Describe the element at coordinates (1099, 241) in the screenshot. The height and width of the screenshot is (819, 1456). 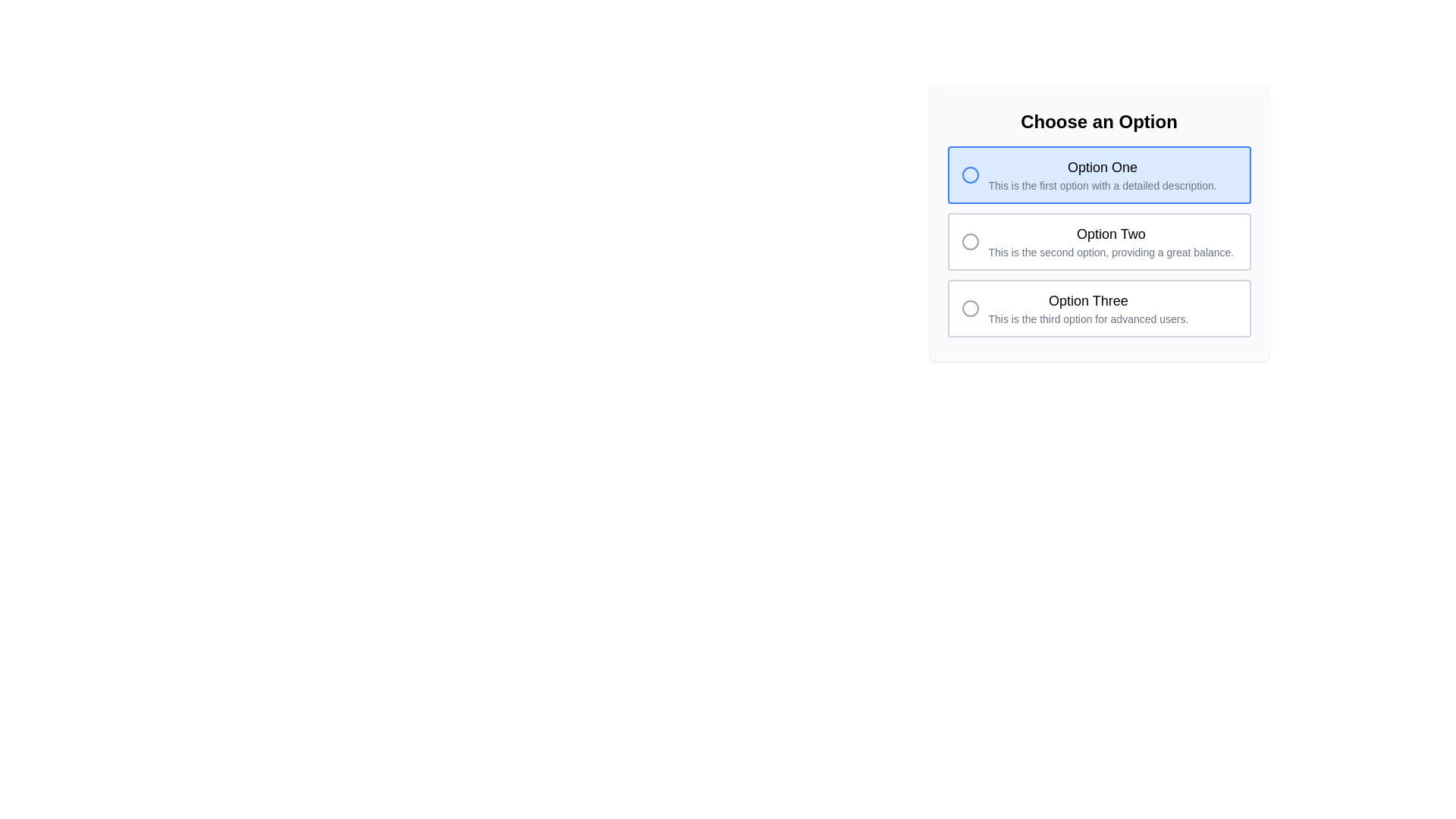
I see `the 'Option Two' radio button in the 'Choose an Option' panel` at that location.